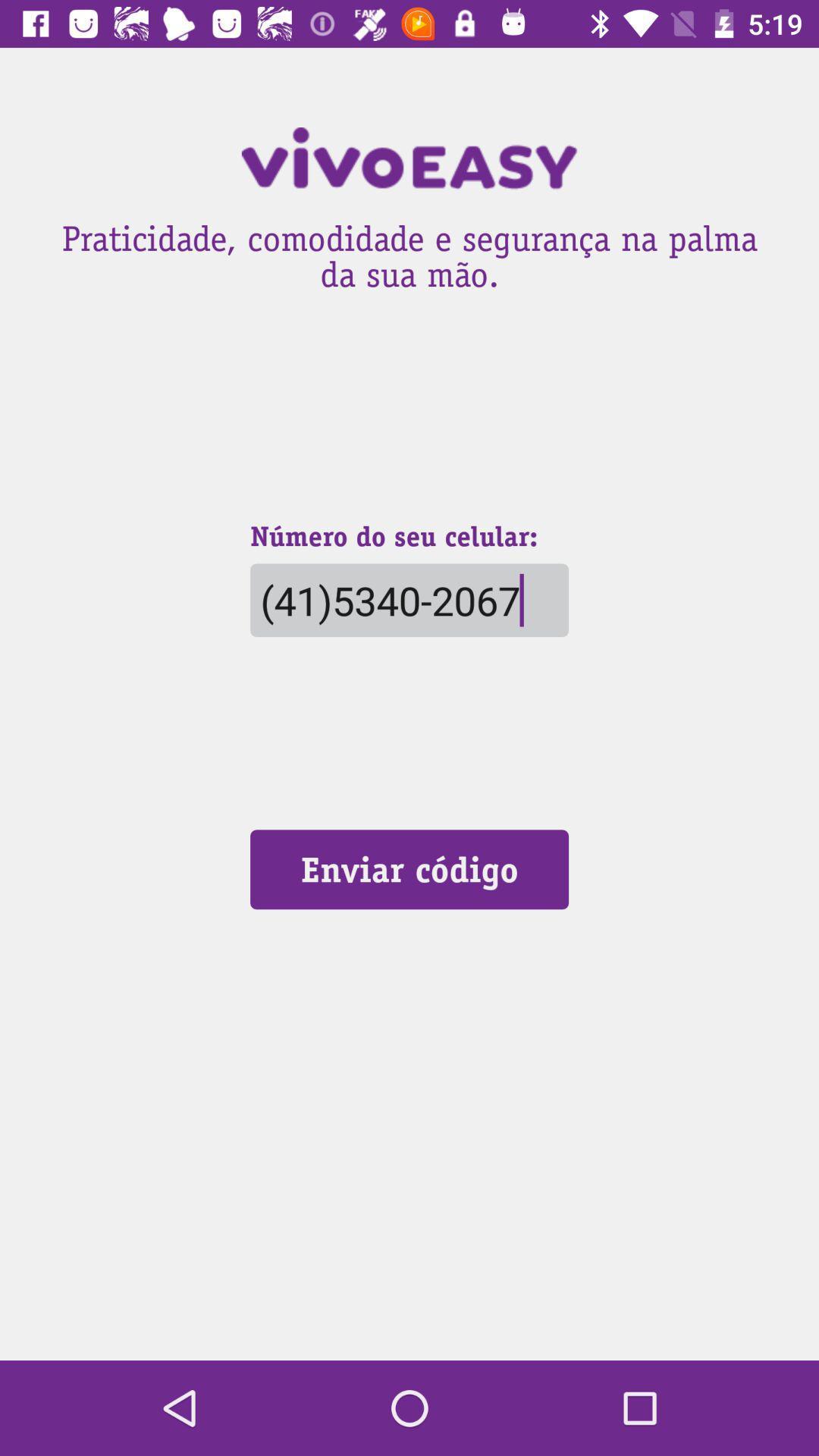 This screenshot has height=1456, width=819. I want to click on the (41)5340-2067 item, so click(409, 599).